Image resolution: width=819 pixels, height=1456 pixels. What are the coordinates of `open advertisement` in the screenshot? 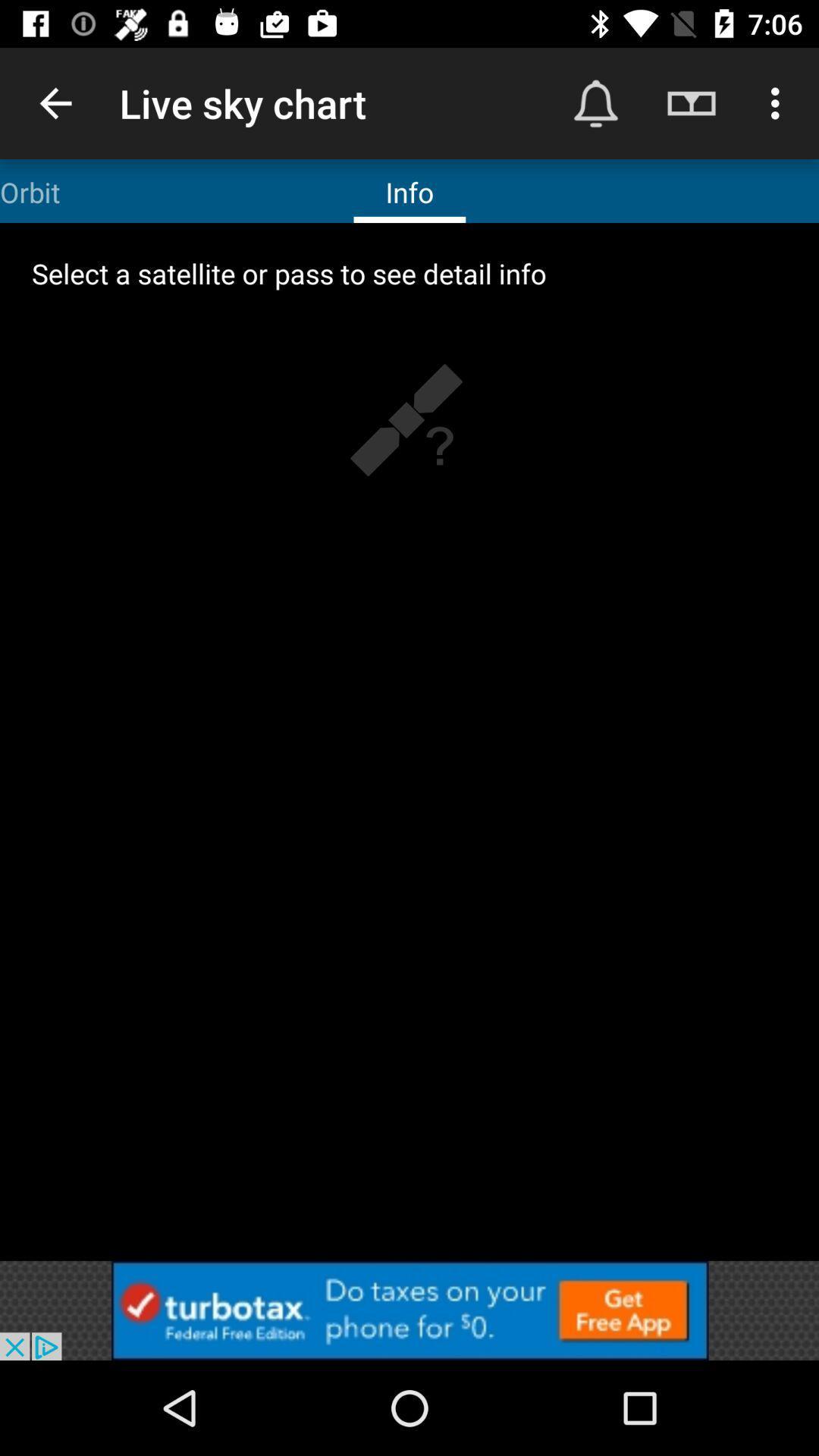 It's located at (409, 1310).